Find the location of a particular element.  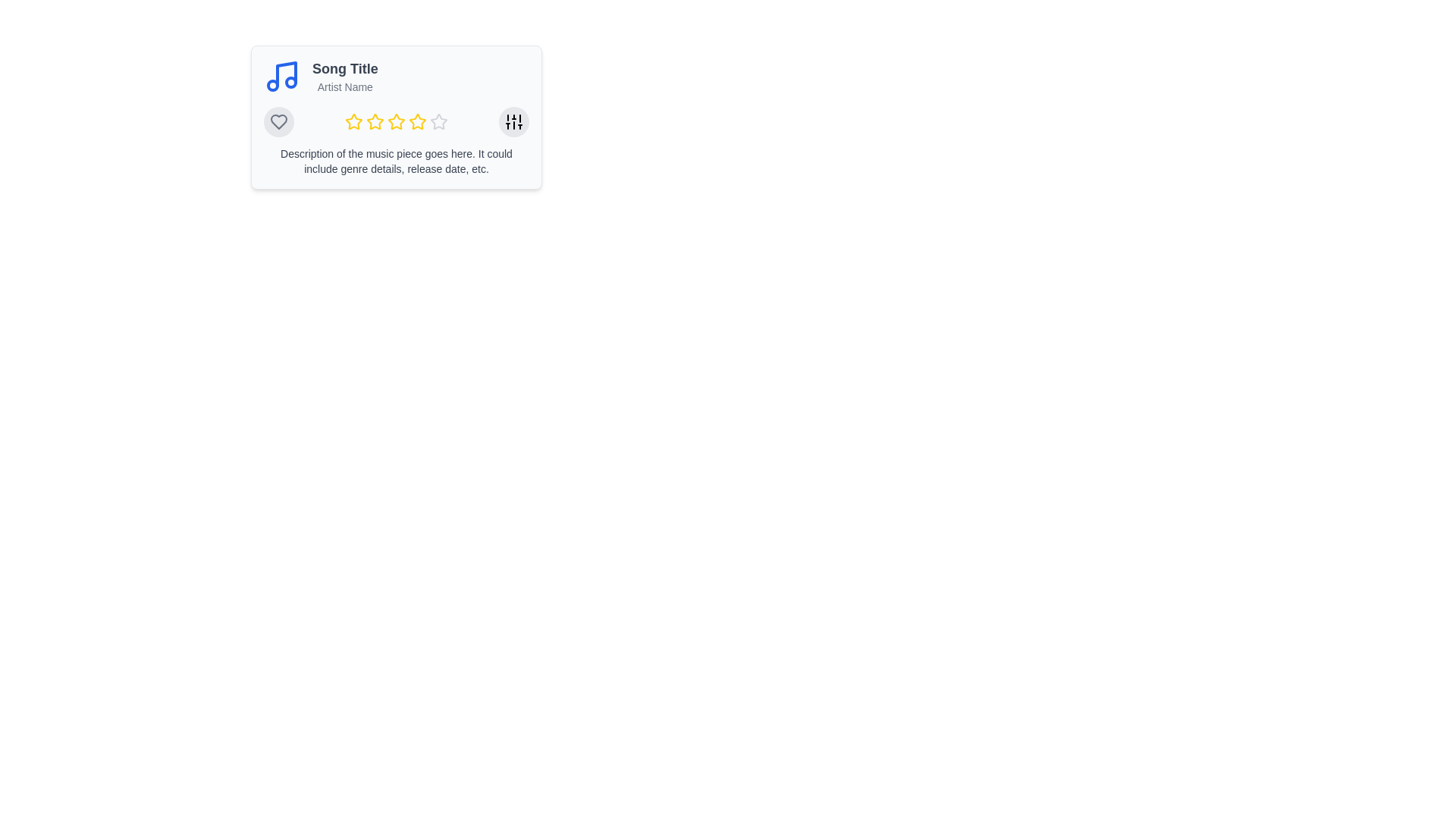

the third star in the rating control is located at coordinates (397, 121).